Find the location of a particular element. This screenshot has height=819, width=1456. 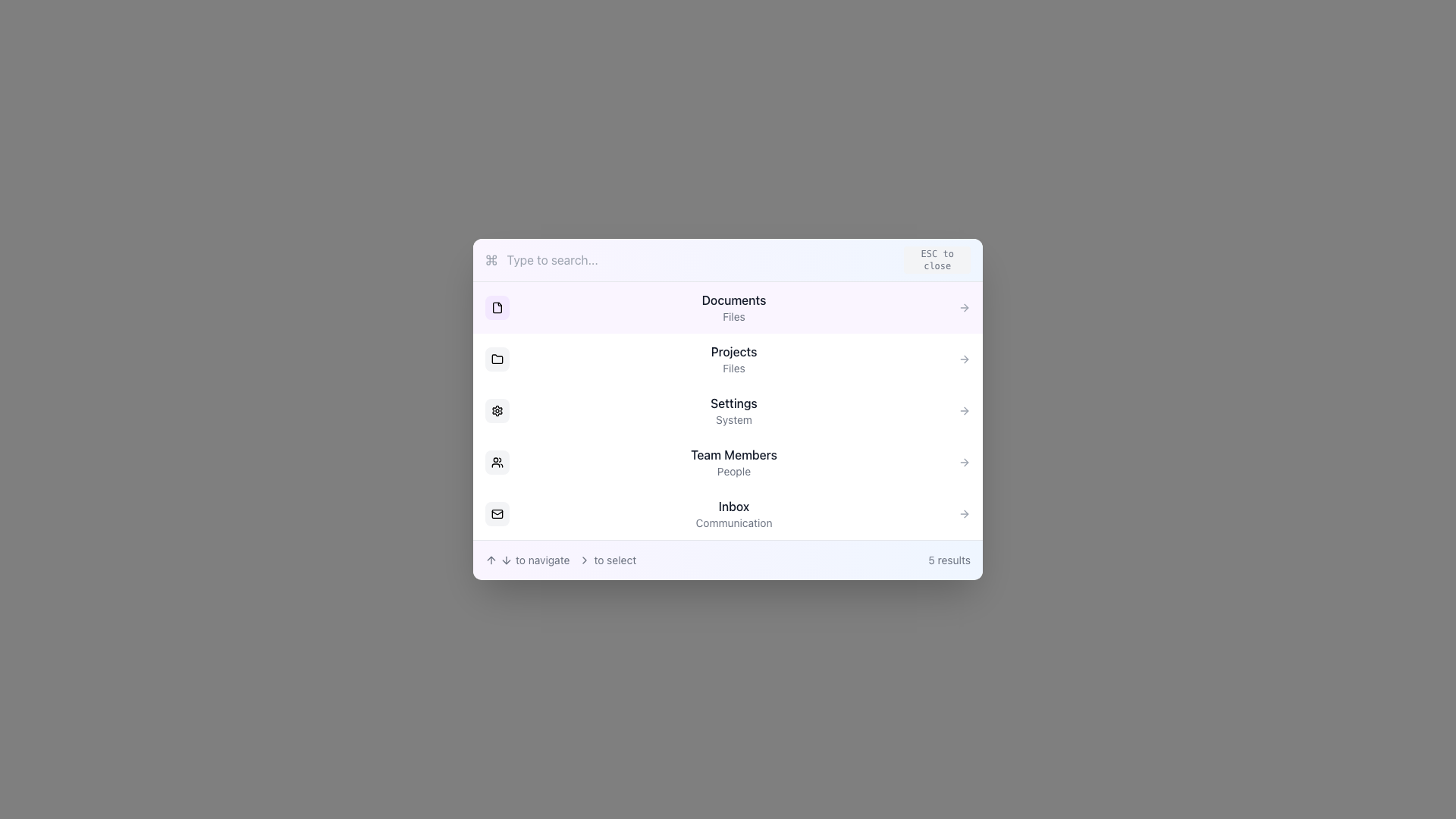

the SVG icon indicating navigation or interaction located to the right of the 'Documents' label is located at coordinates (965, 307).